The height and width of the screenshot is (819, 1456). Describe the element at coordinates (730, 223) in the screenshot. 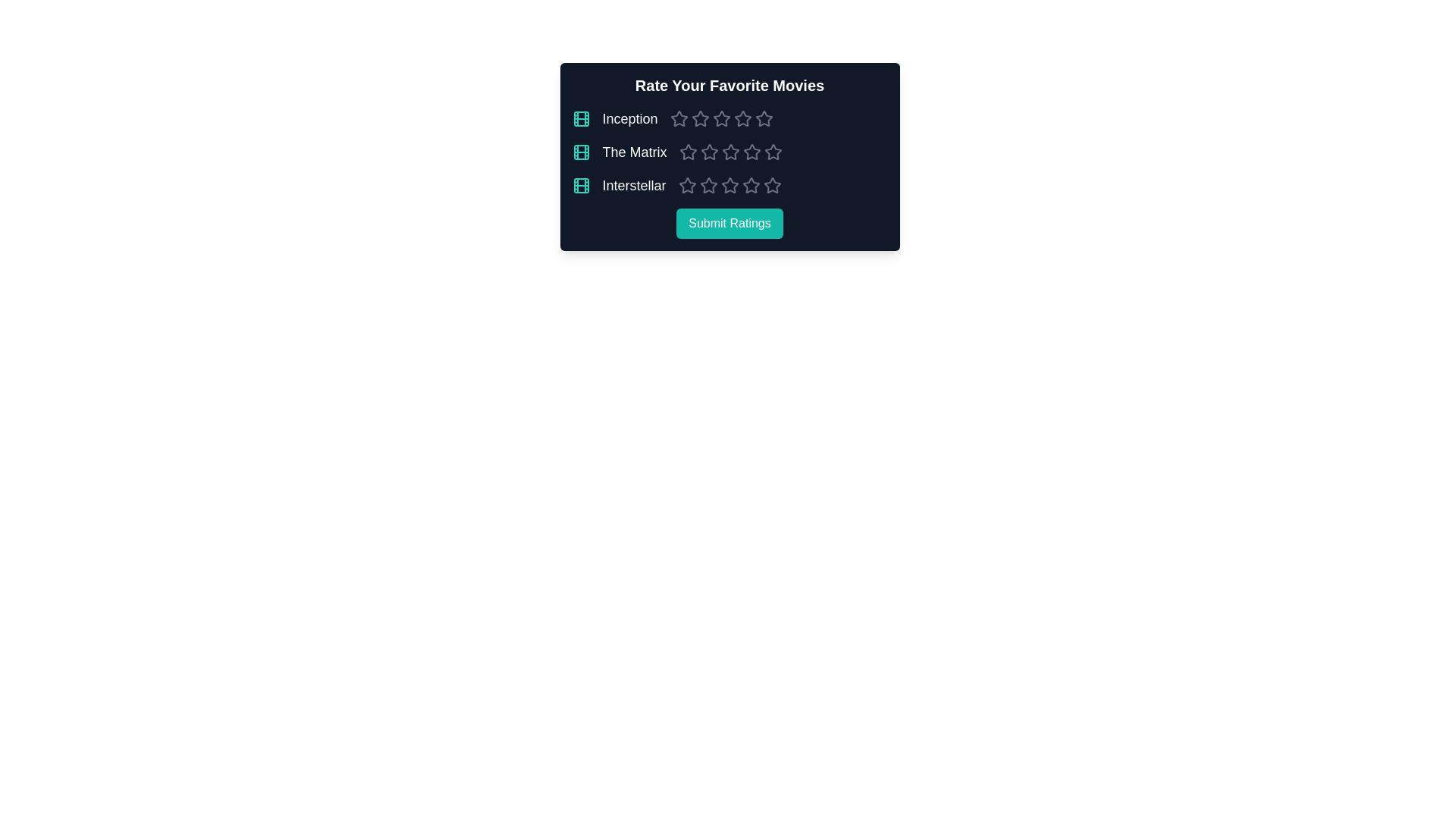

I see `the 'Submit Ratings' button` at that location.